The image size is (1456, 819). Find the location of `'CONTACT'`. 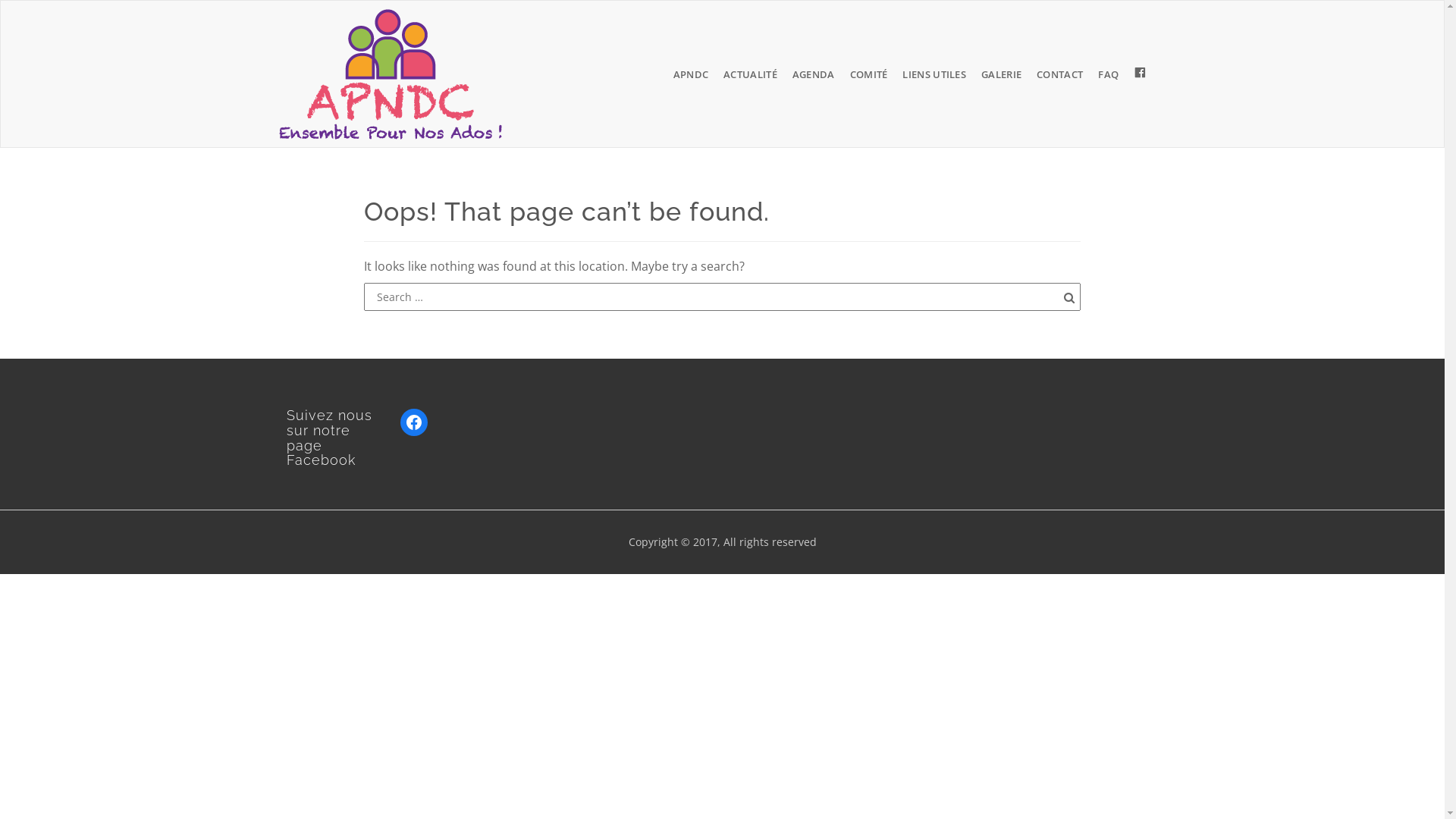

'CONTACT' is located at coordinates (1059, 74).